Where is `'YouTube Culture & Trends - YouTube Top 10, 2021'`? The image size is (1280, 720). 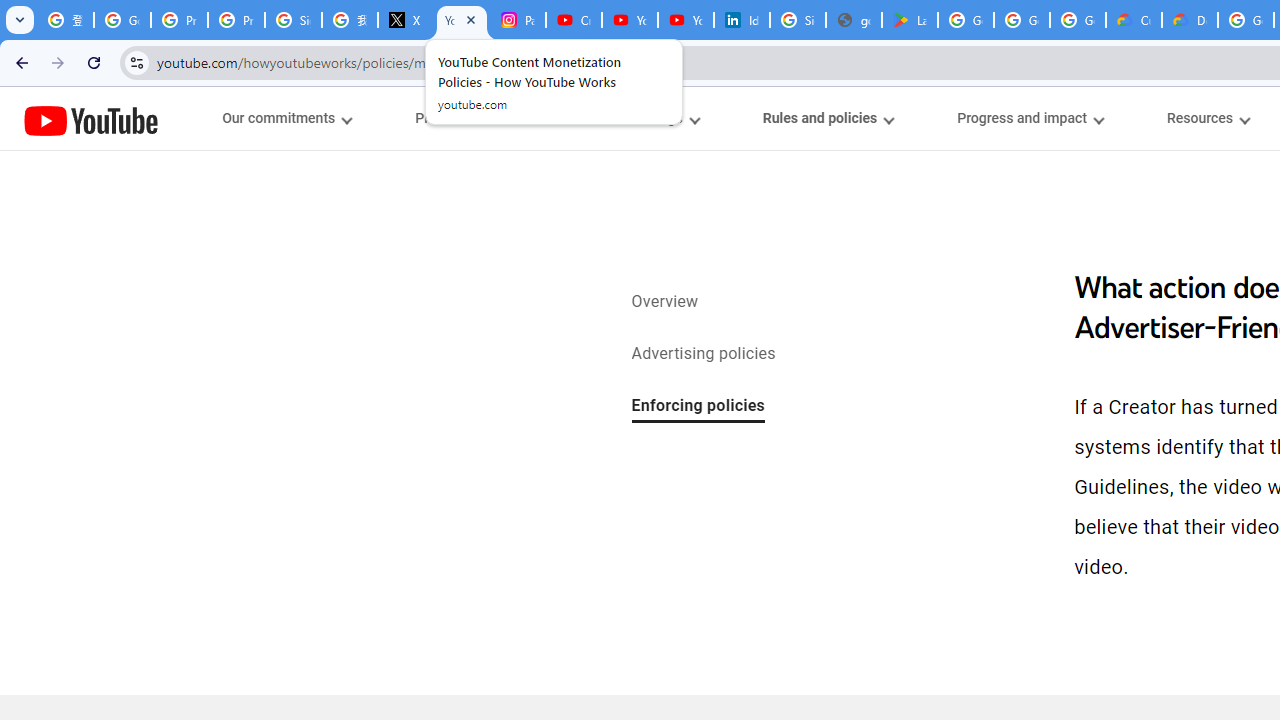 'YouTube Culture & Trends - YouTube Top 10, 2021' is located at coordinates (686, 20).